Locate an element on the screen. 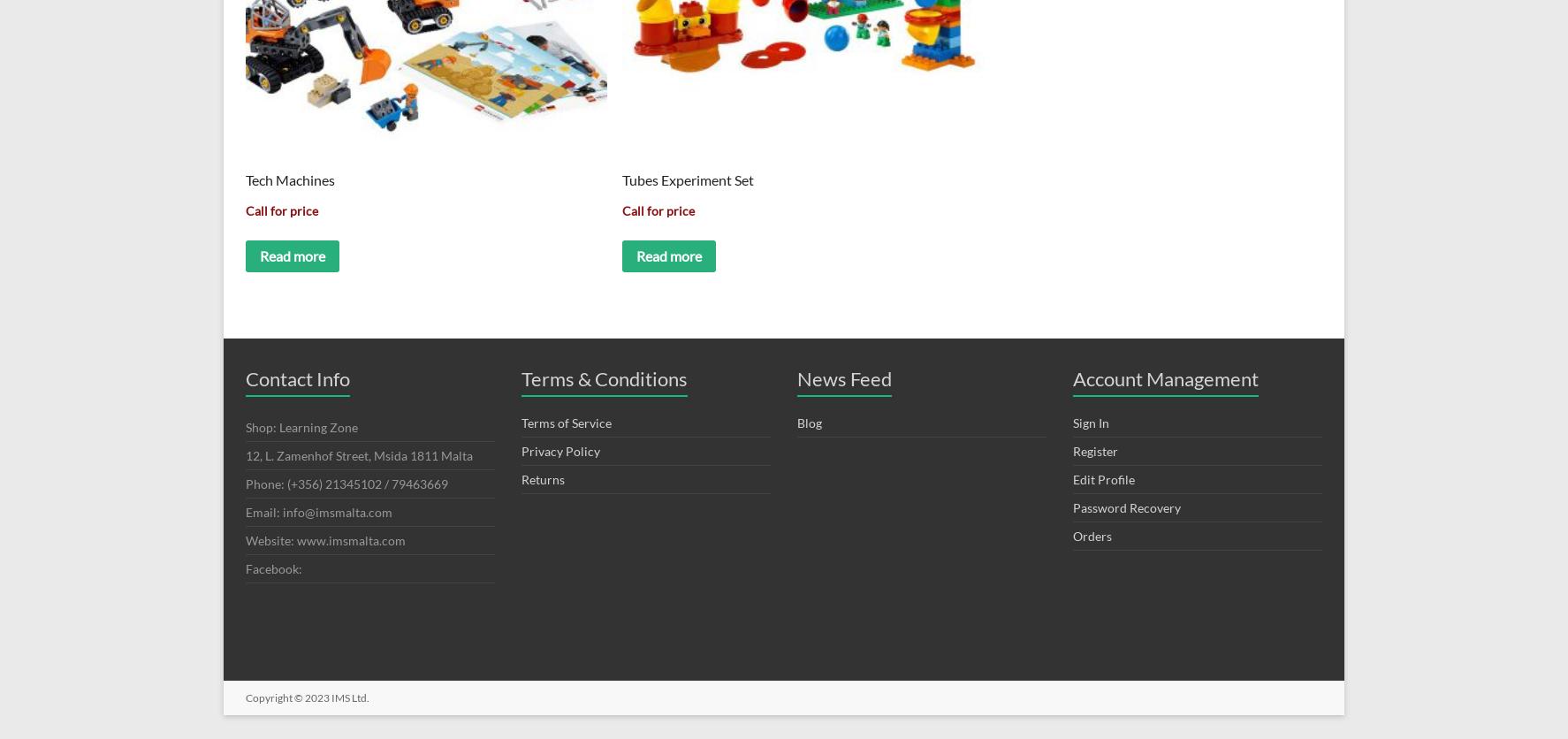 The height and width of the screenshot is (739, 1568). 'Orders' is located at coordinates (1092, 534).